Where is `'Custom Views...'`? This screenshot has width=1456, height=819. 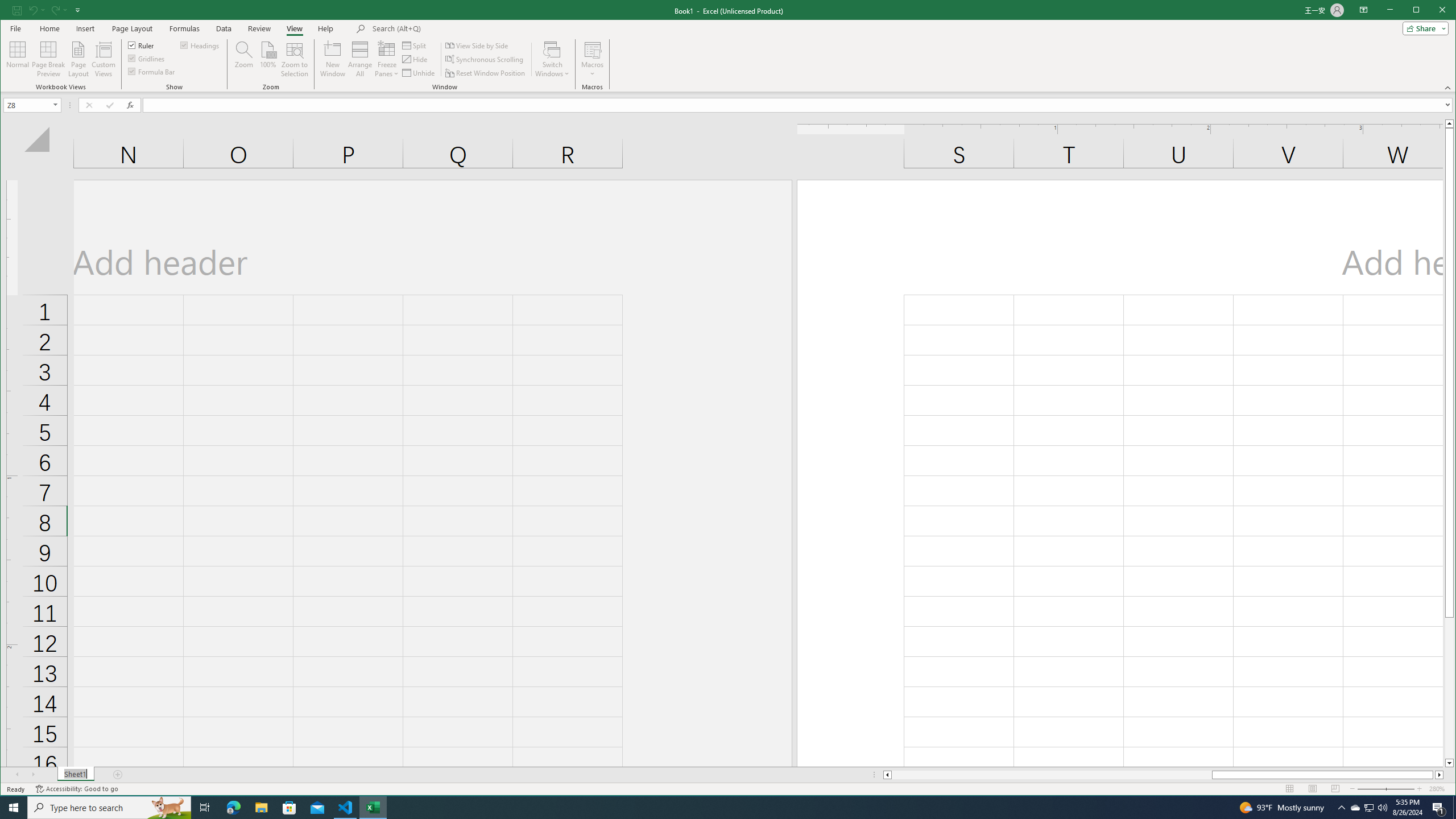 'Custom Views...' is located at coordinates (102, 59).